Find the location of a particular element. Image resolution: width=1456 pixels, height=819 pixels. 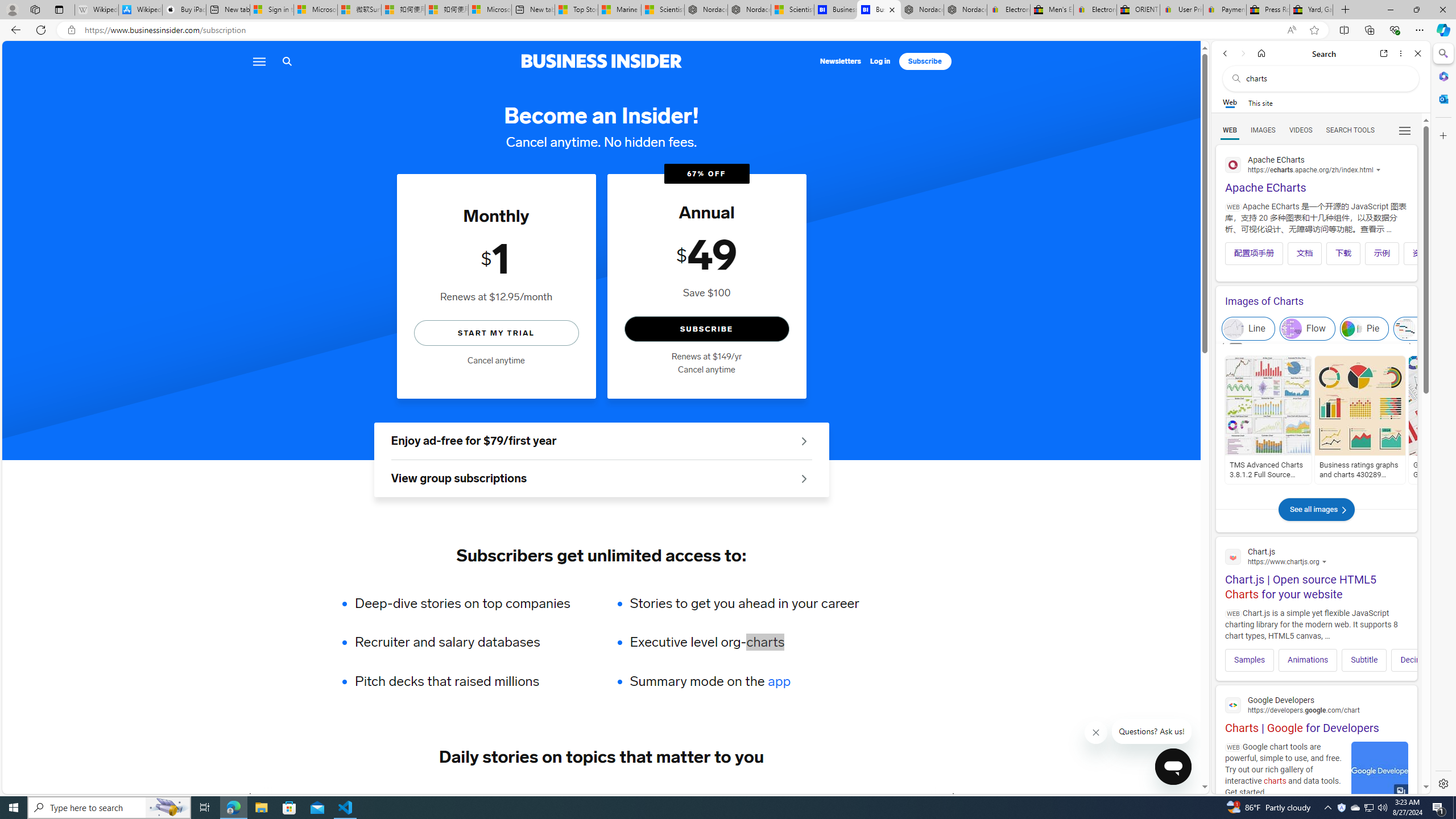

'Search Filter, IMAGES' is located at coordinates (1262, 129).